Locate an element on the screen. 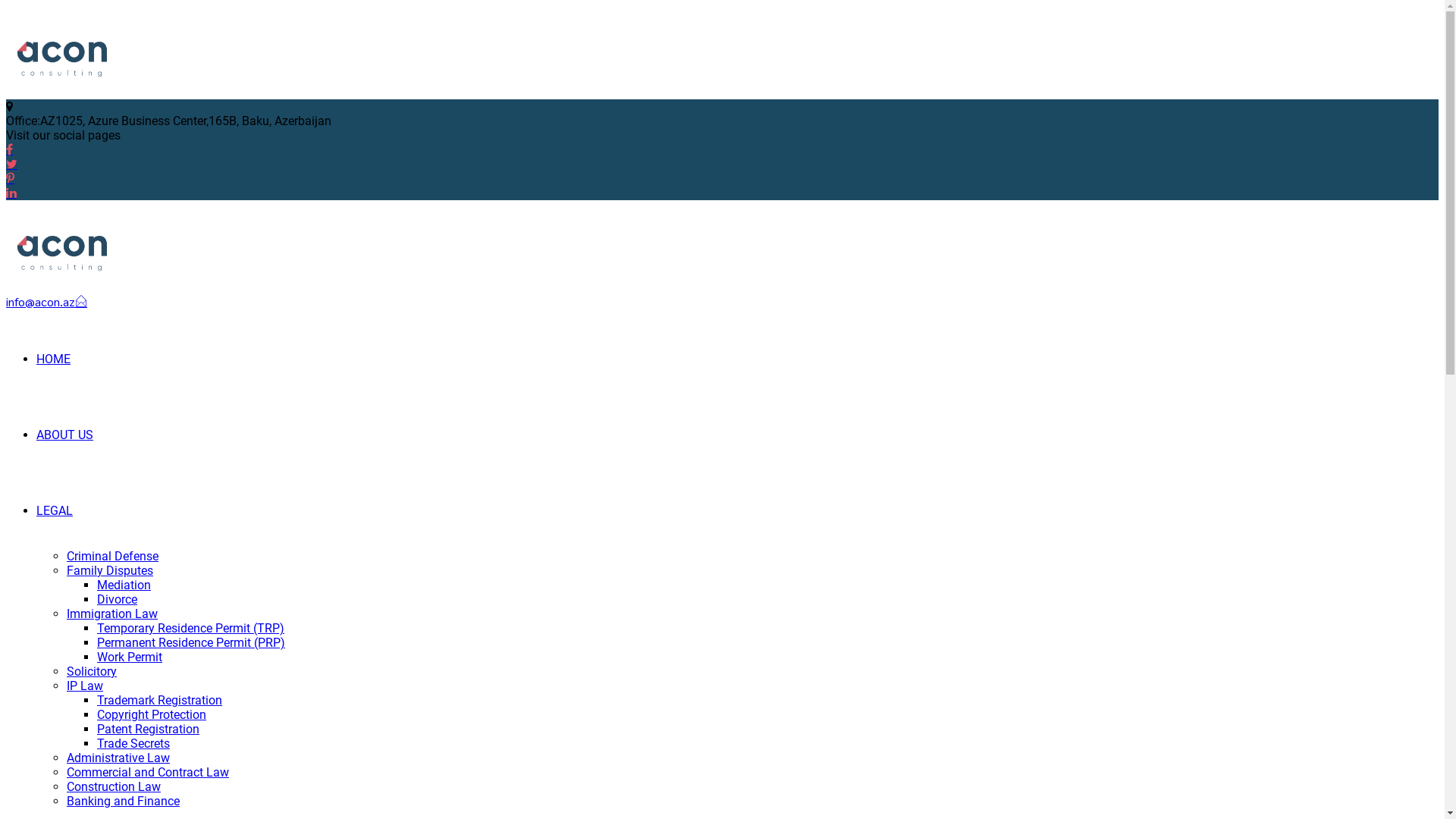 The width and height of the screenshot is (1456, 819). 'Commercial and Contract Law' is located at coordinates (148, 772).